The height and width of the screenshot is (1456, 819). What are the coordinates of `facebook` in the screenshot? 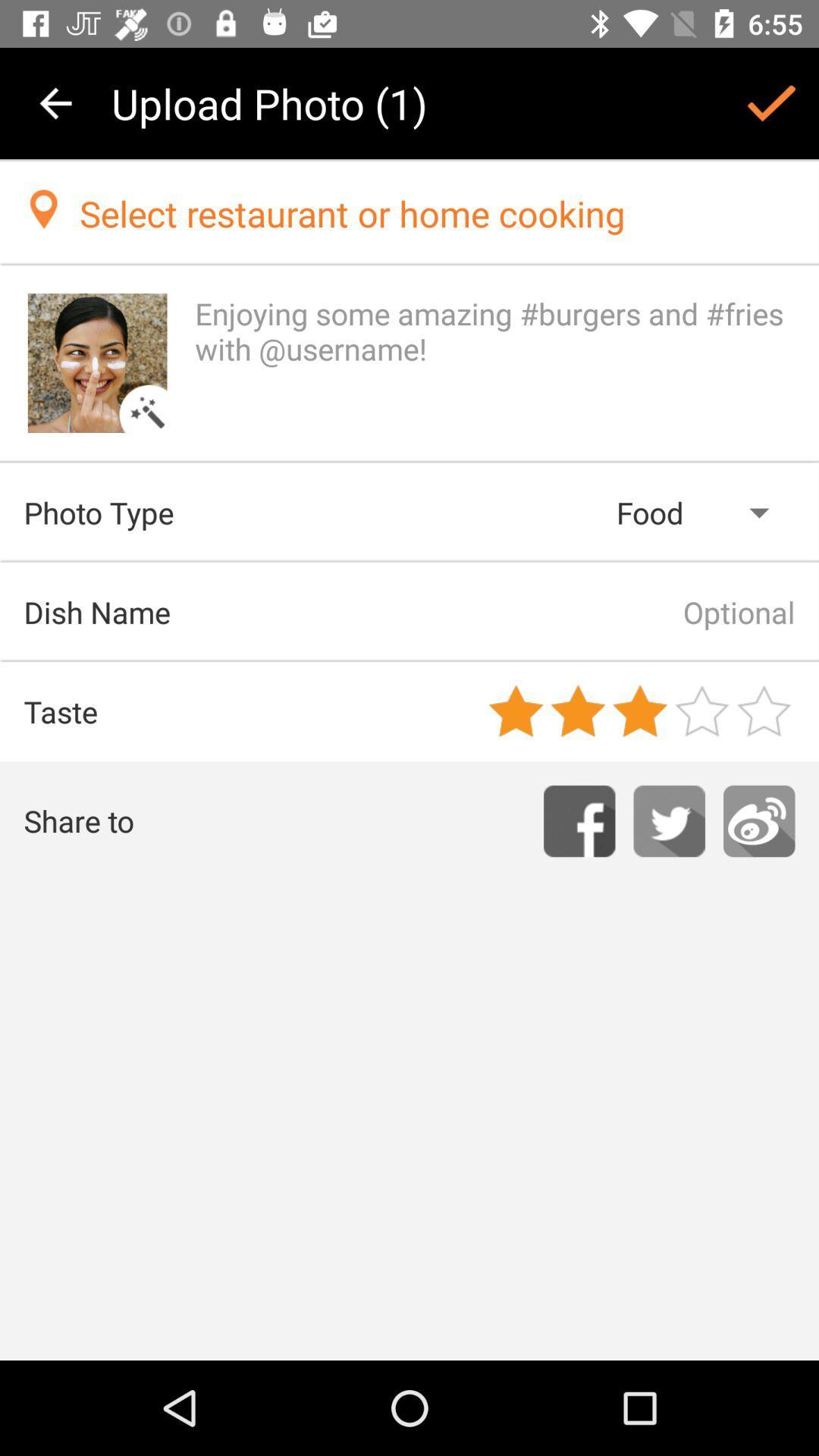 It's located at (579, 821).